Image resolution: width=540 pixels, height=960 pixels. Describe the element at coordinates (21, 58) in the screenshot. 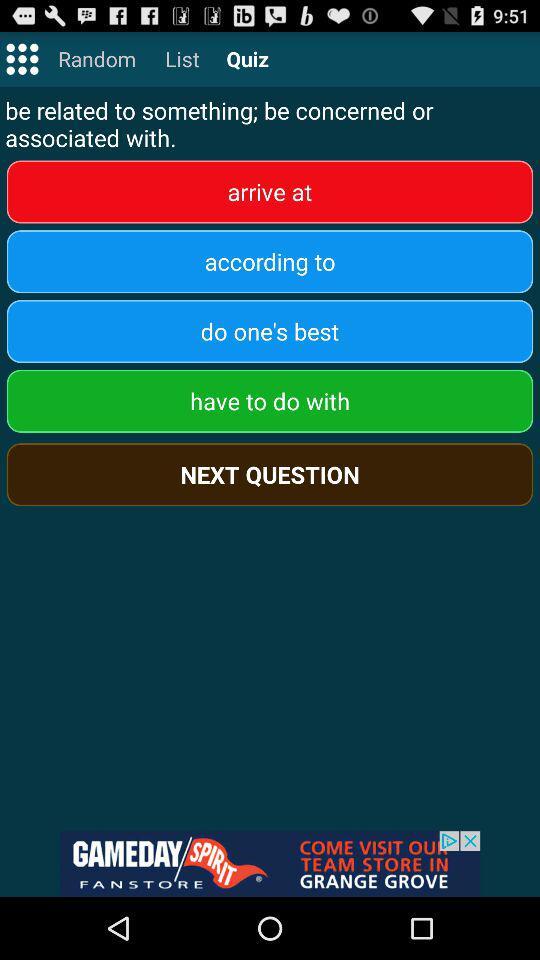

I see `main menu` at that location.